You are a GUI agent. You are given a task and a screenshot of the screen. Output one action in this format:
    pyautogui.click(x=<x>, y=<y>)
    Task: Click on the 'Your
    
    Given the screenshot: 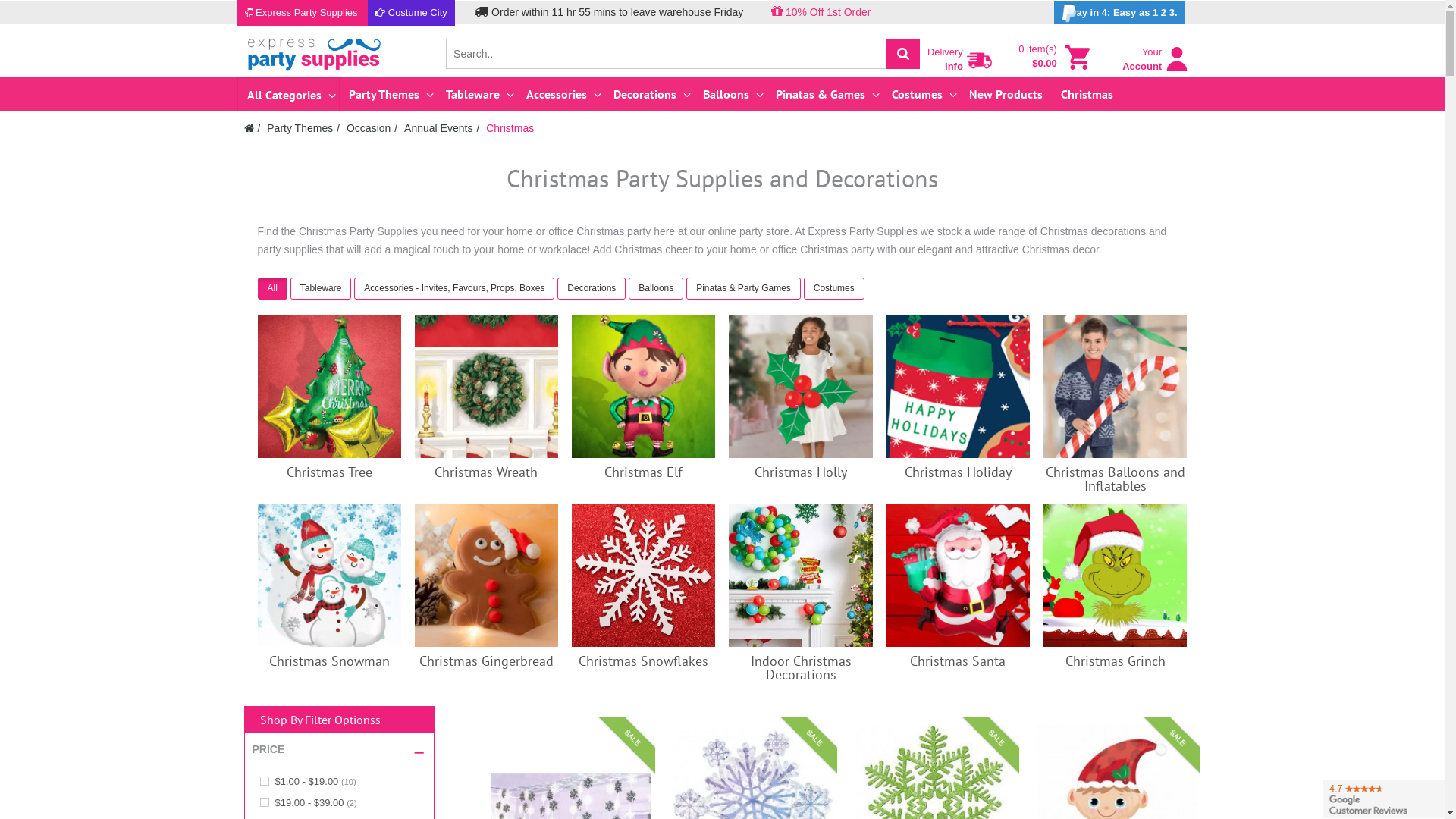 What is the action you would take?
    pyautogui.click(x=1154, y=65)
    